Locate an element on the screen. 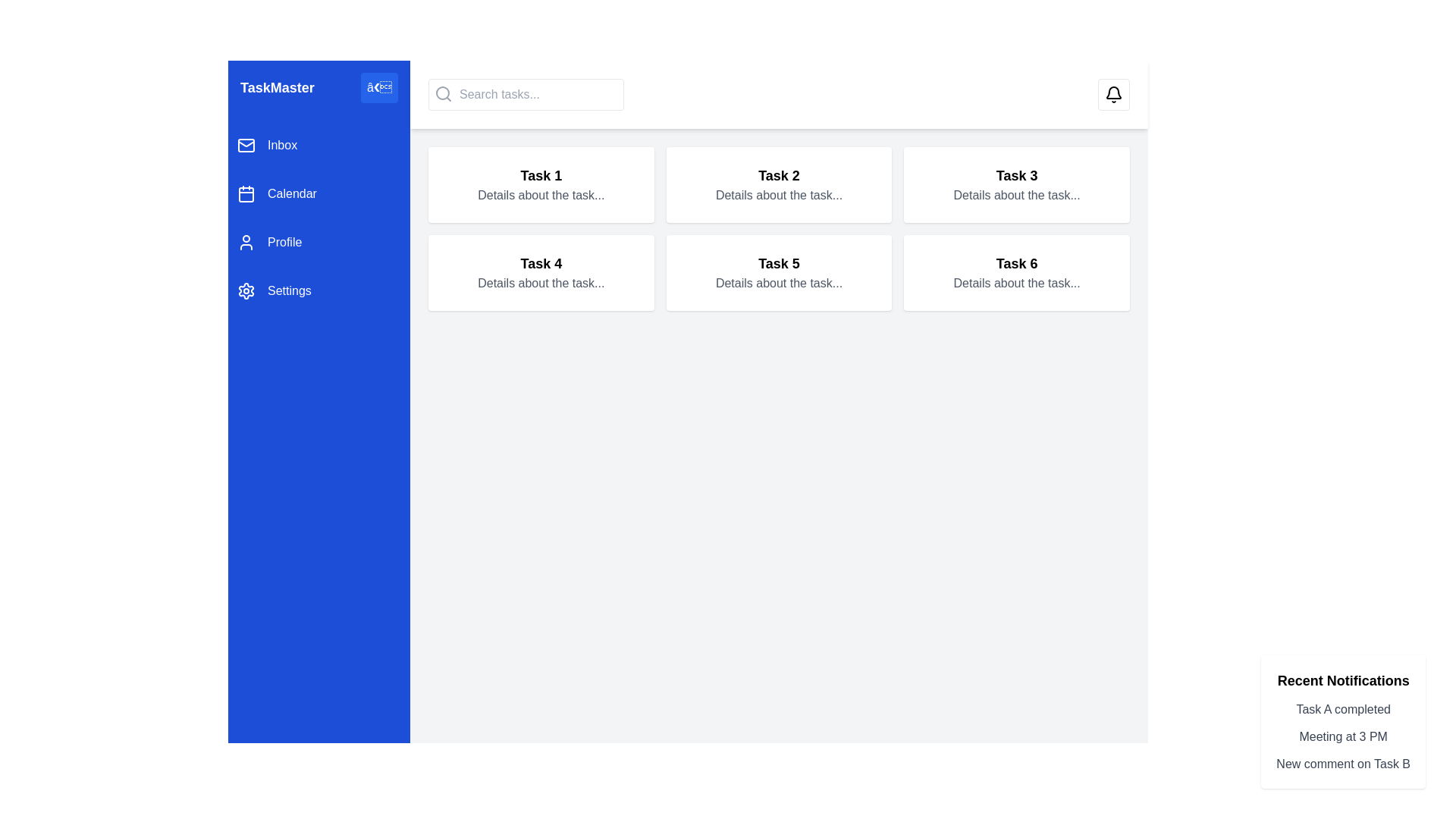 This screenshot has width=1456, height=819. the task summary card for 'Task 5' in the task management interface, located in the second row and second column of the grid layout is located at coordinates (779, 271).